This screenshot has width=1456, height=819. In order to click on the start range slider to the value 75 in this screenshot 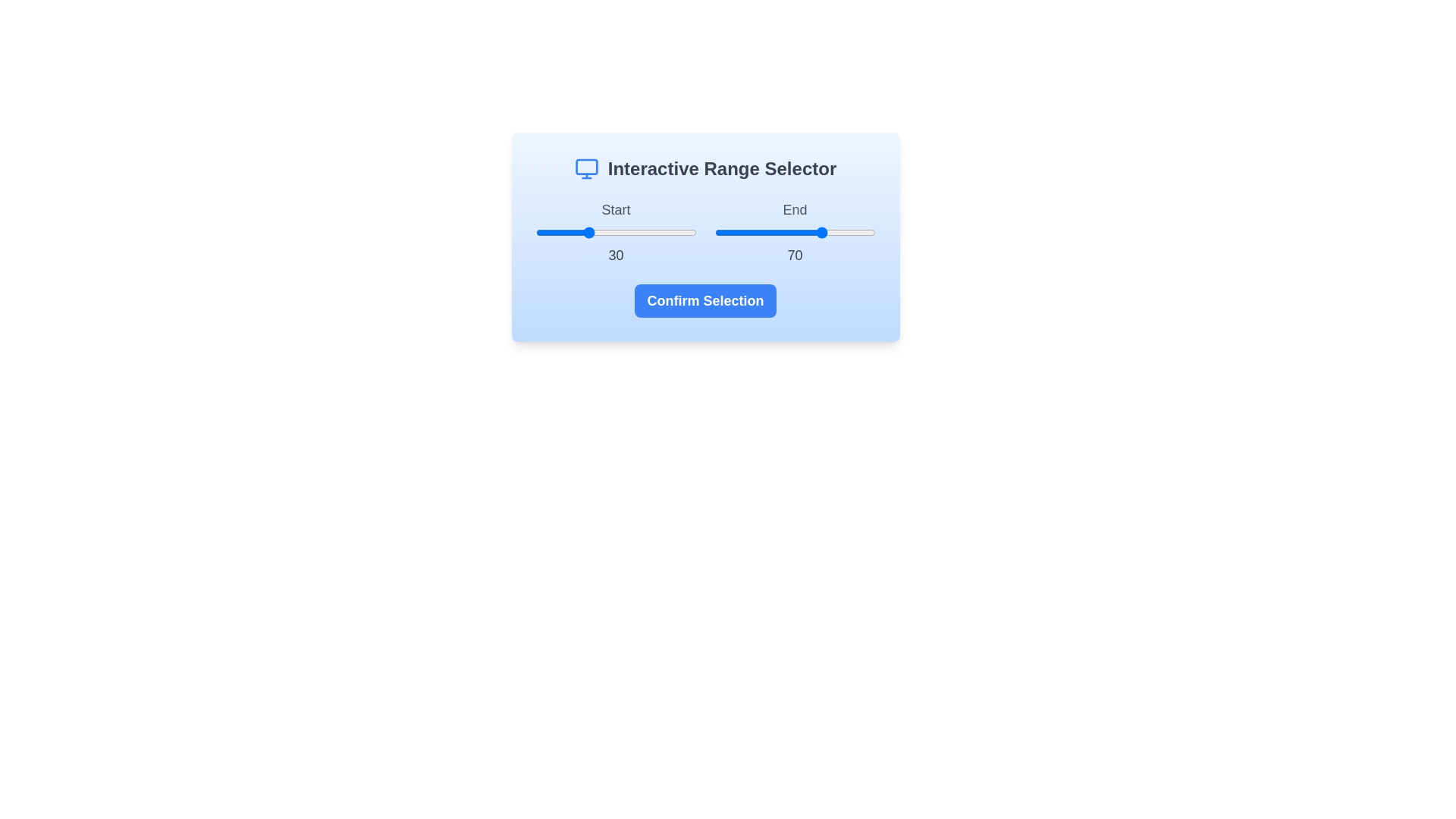, I will do `click(656, 233)`.